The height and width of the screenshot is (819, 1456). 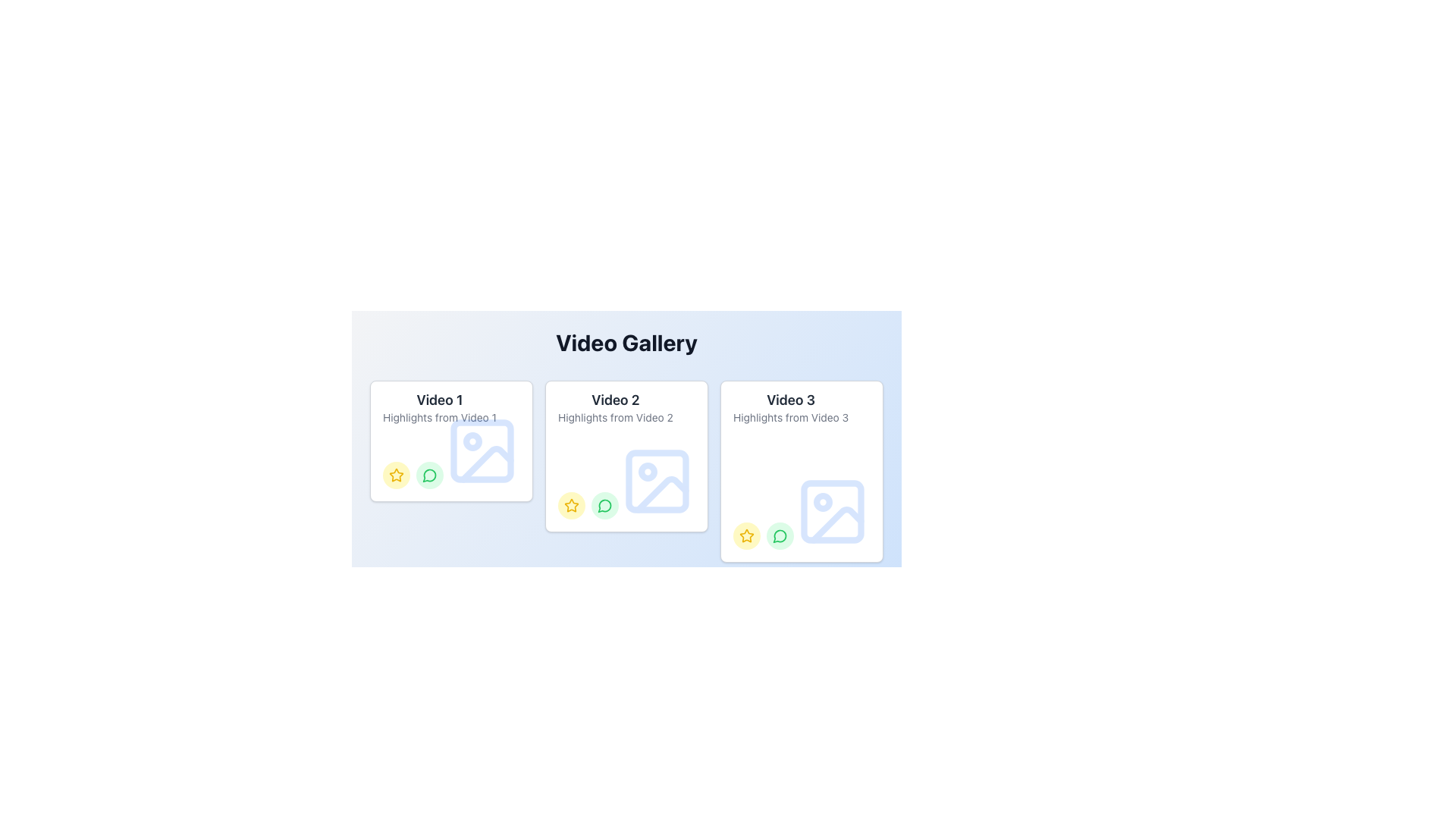 What do you see at coordinates (832, 512) in the screenshot?
I see `the SVG rectangle element that represents the image placeholder in the third video card of the 'Video Gallery' section` at bounding box center [832, 512].